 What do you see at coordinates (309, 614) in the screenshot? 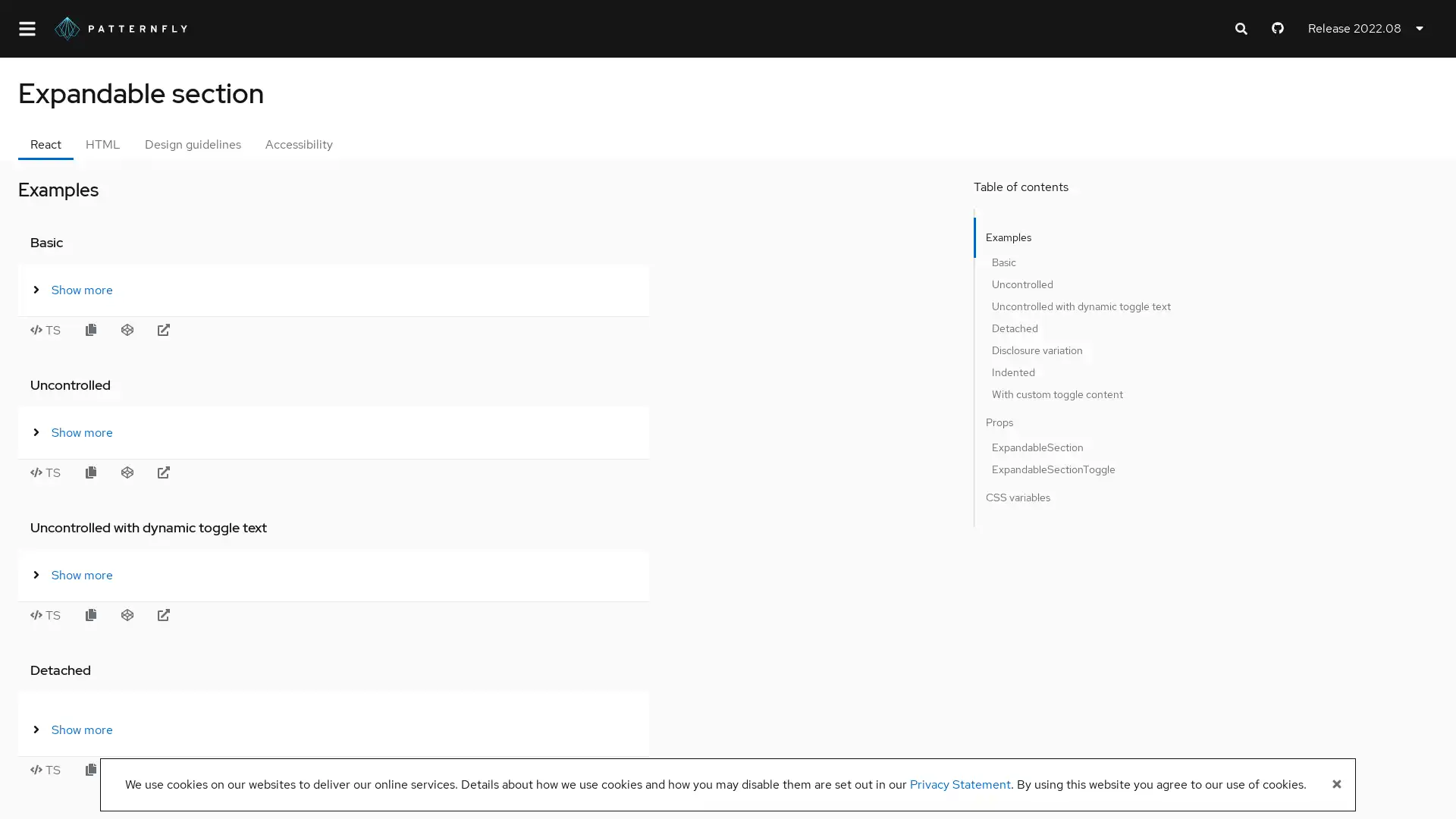
I see `Copy Uncontrolled with dynamic toggle text example code to clipboard` at bounding box center [309, 614].